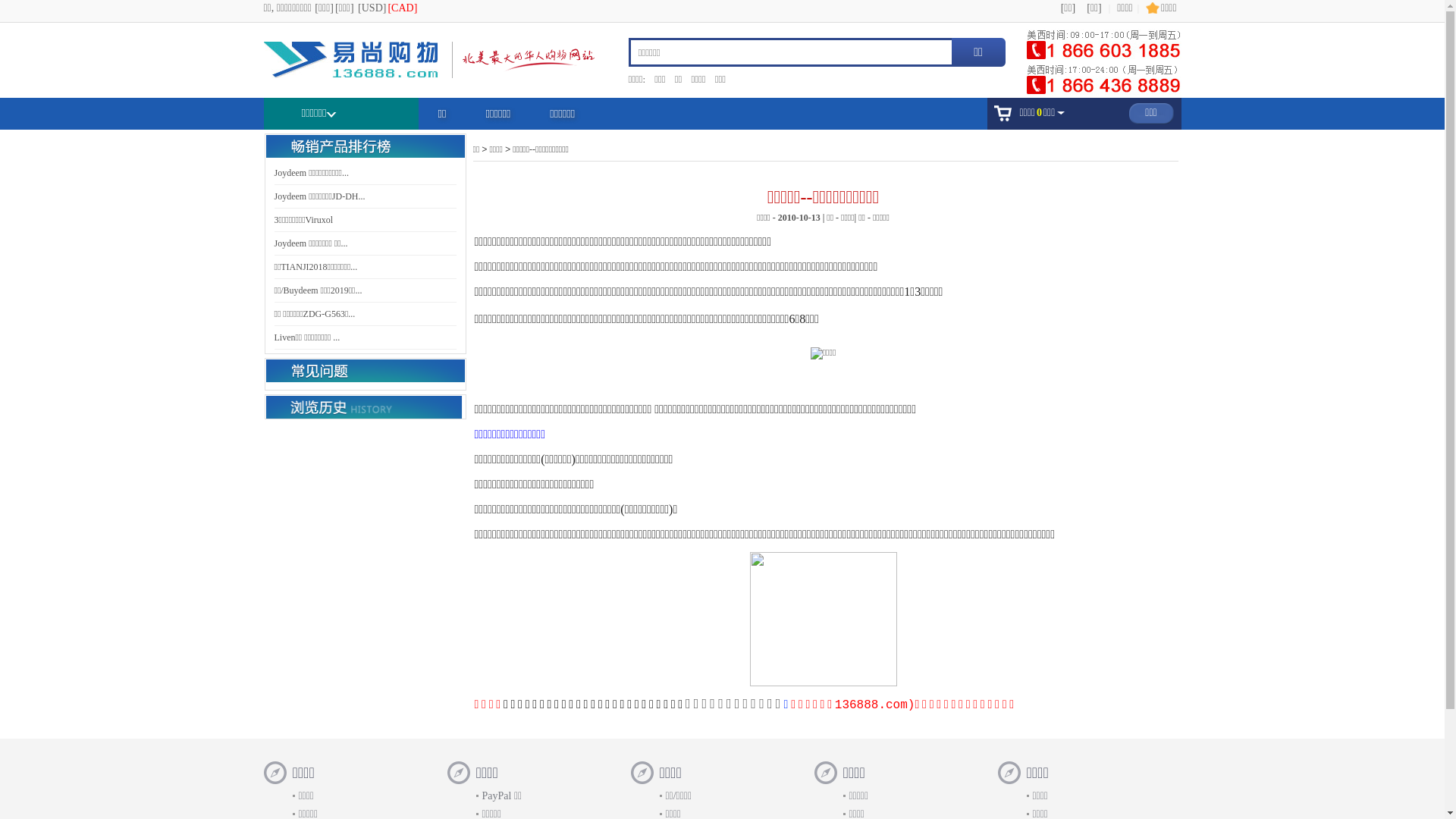 The height and width of the screenshot is (819, 1456). I want to click on '[CAD]', so click(387, 8).